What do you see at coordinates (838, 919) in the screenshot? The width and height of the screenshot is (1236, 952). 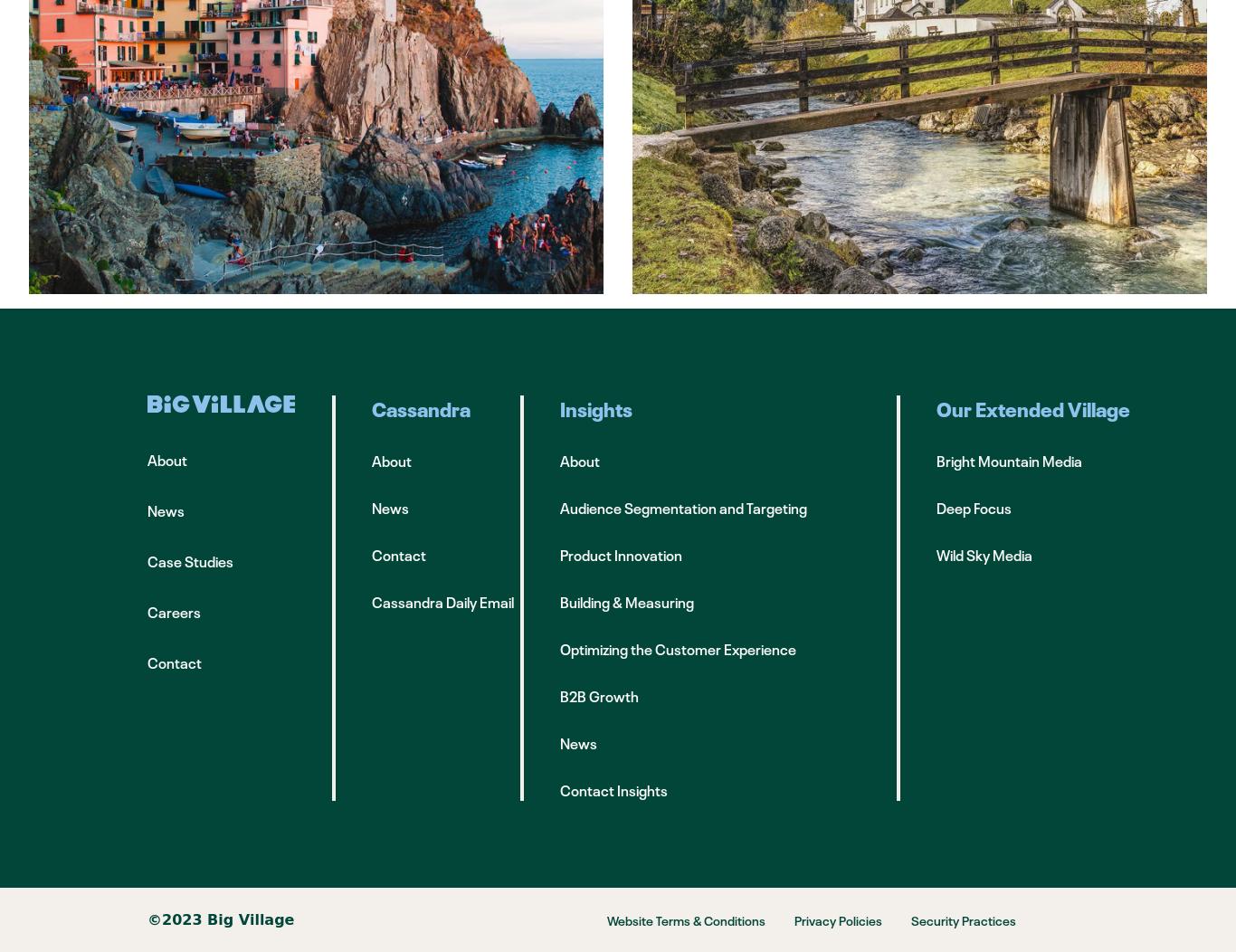 I see `'Privacy Policies'` at bounding box center [838, 919].